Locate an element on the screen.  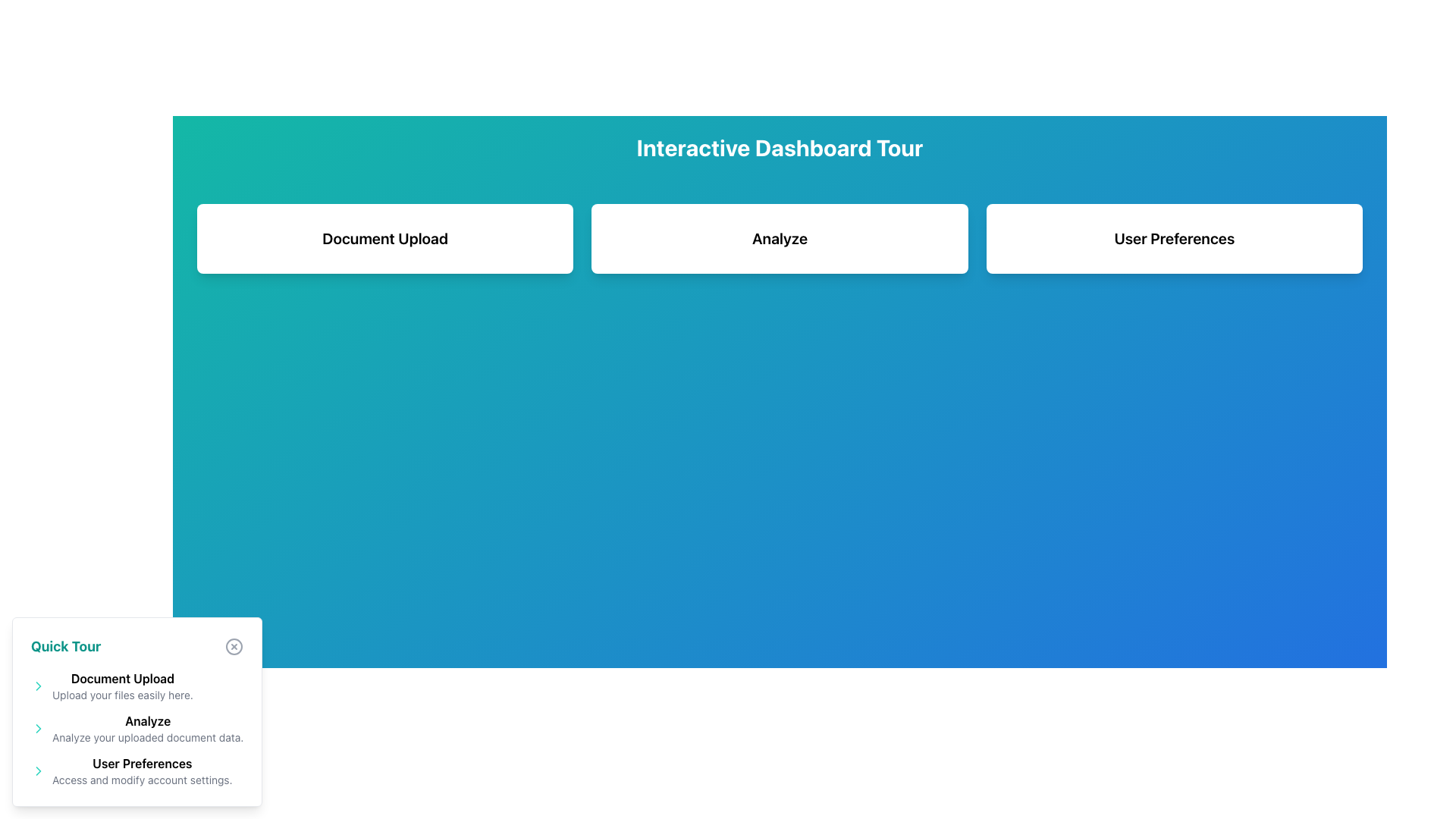
static text label that describes account settings, located below the 'User Preferences' heading in the pop-up menu panel is located at coordinates (142, 780).